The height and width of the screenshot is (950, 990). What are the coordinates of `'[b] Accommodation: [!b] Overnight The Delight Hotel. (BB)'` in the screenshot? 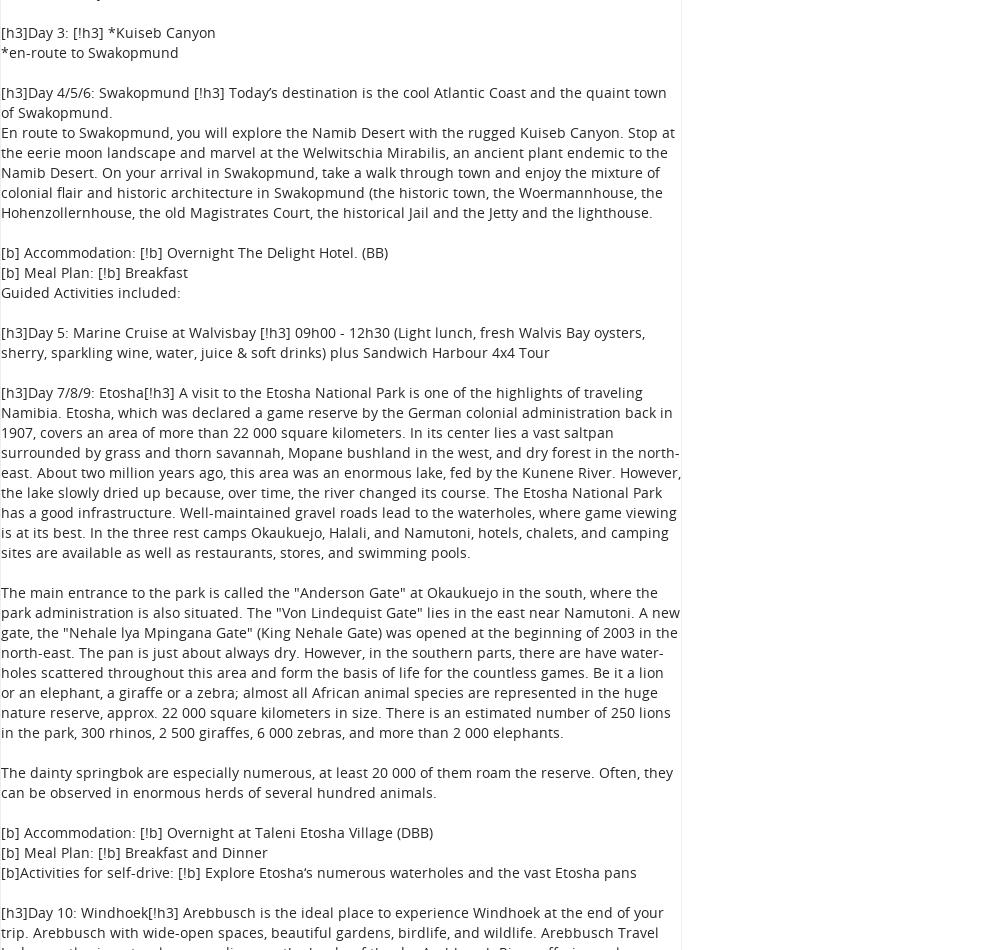 It's located at (0, 251).